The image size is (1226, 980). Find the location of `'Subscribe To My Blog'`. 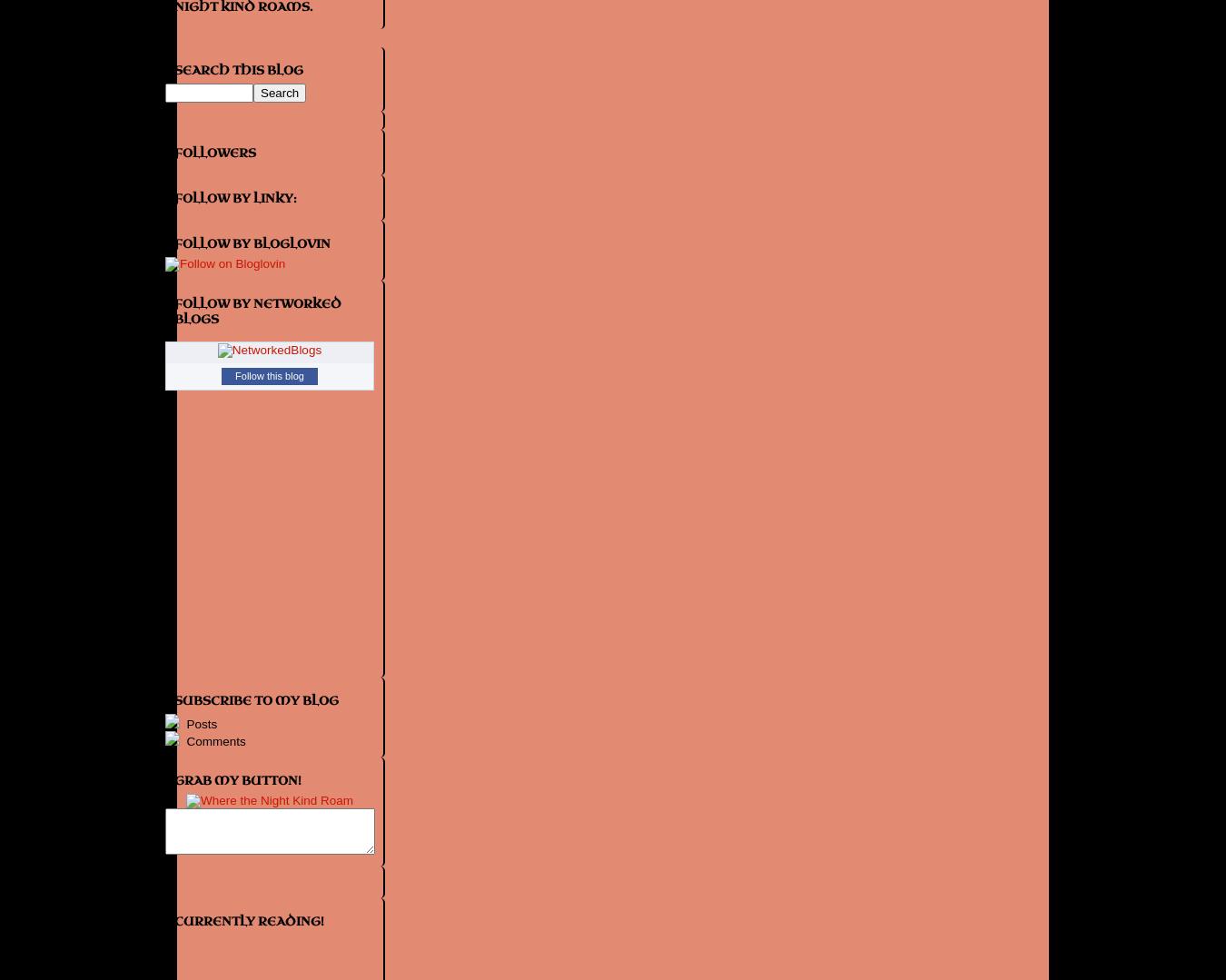

'Subscribe To My Blog' is located at coordinates (255, 699).